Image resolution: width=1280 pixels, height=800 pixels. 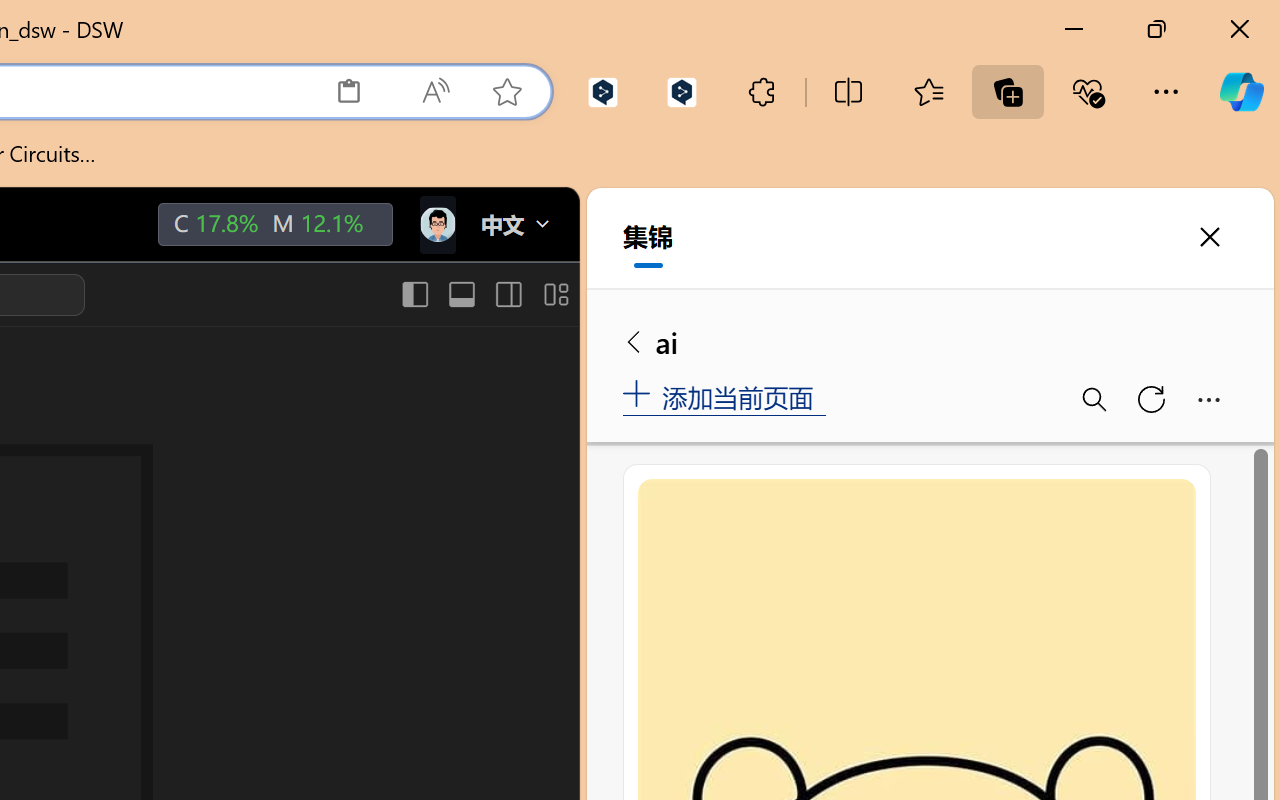 What do you see at coordinates (506, 294) in the screenshot?
I see `'Toggle Secondary Side Bar (Ctrl+Alt+B)'` at bounding box center [506, 294].